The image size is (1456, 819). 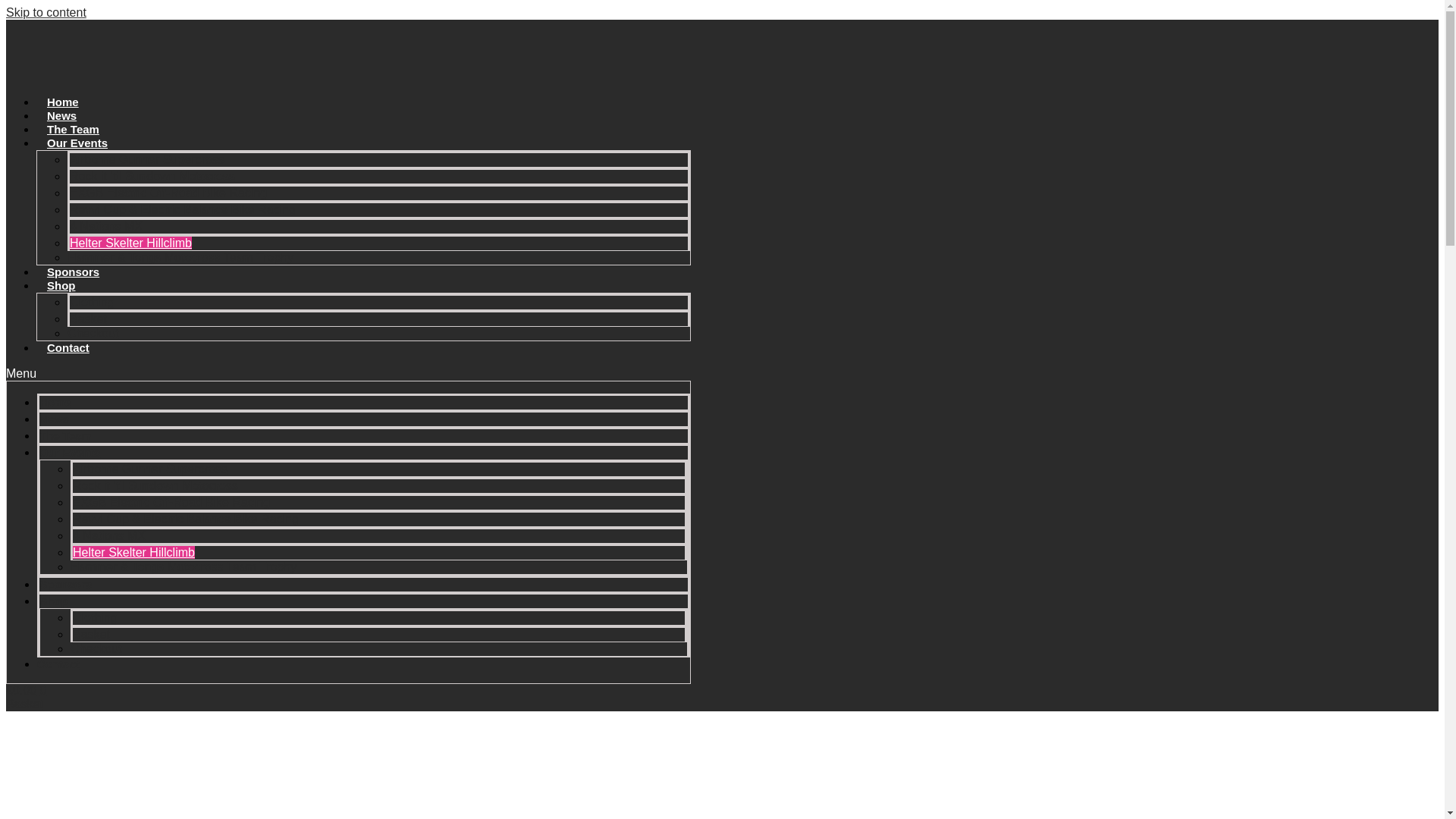 What do you see at coordinates (72, 128) in the screenshot?
I see `'The Team'` at bounding box center [72, 128].